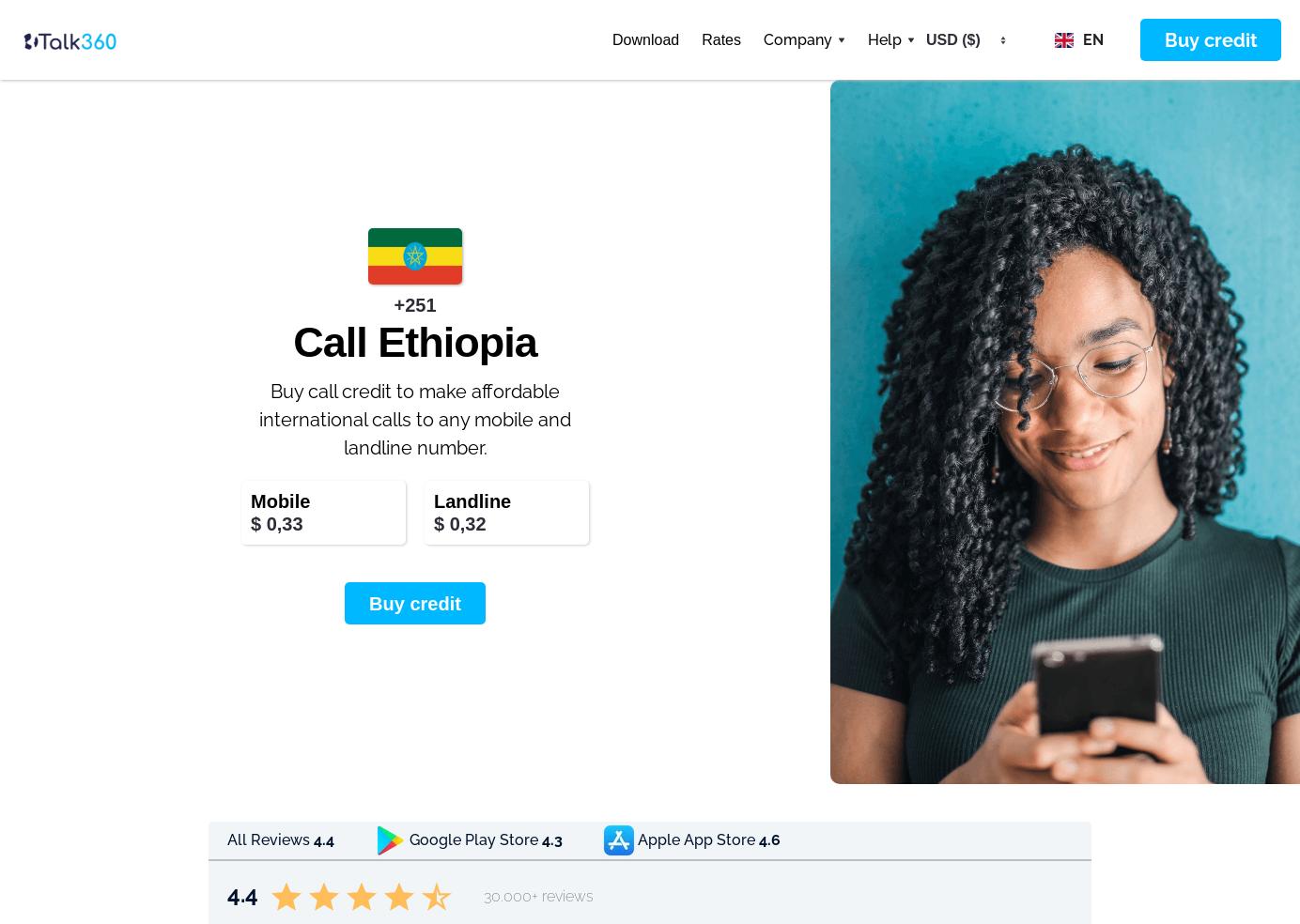 This screenshot has width=1300, height=924. I want to click on 'Google Play Store', so click(409, 839).